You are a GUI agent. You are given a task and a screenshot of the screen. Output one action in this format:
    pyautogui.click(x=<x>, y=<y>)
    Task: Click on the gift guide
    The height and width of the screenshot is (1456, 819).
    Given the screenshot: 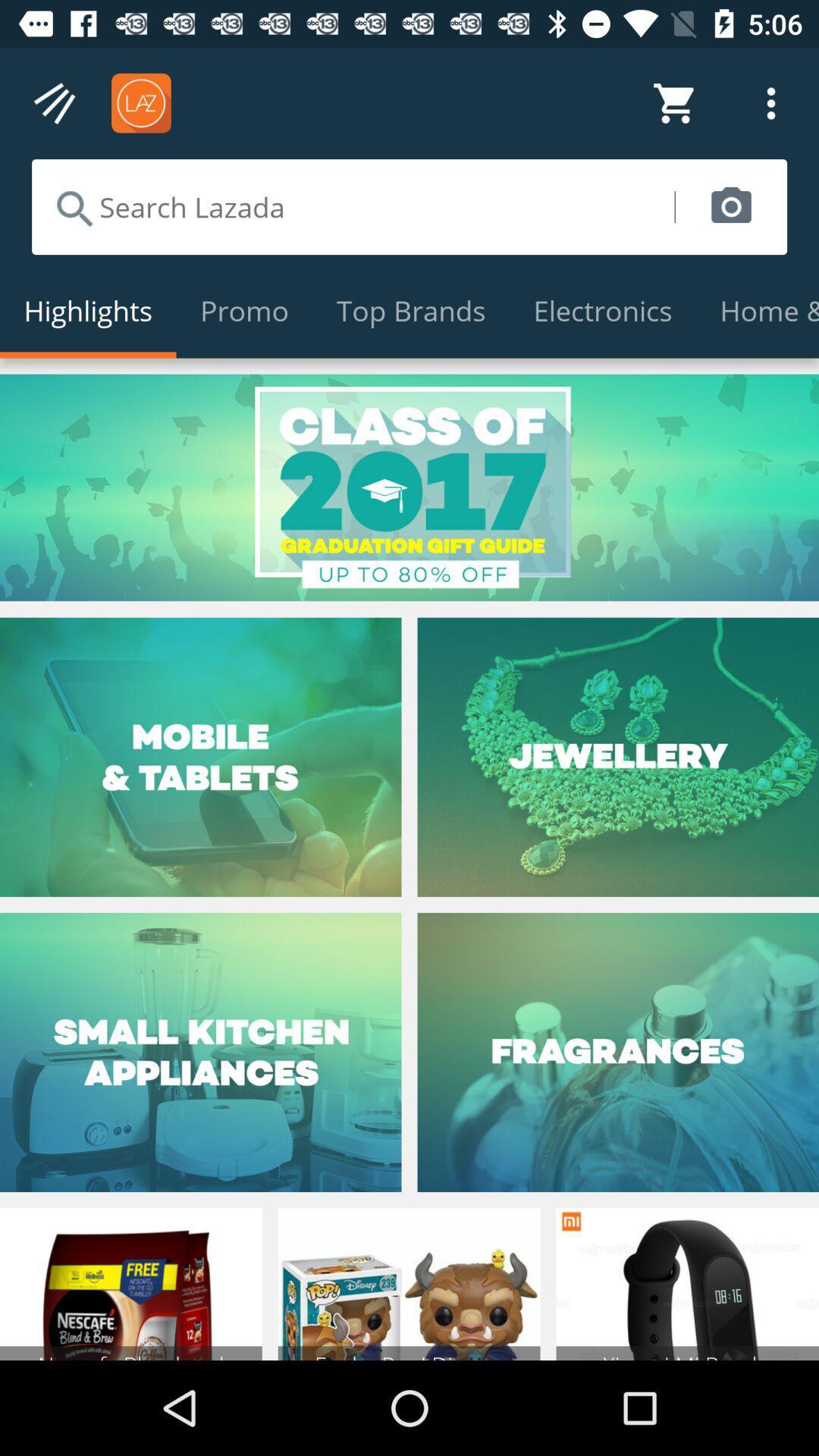 What is the action you would take?
    pyautogui.click(x=409, y=488)
    